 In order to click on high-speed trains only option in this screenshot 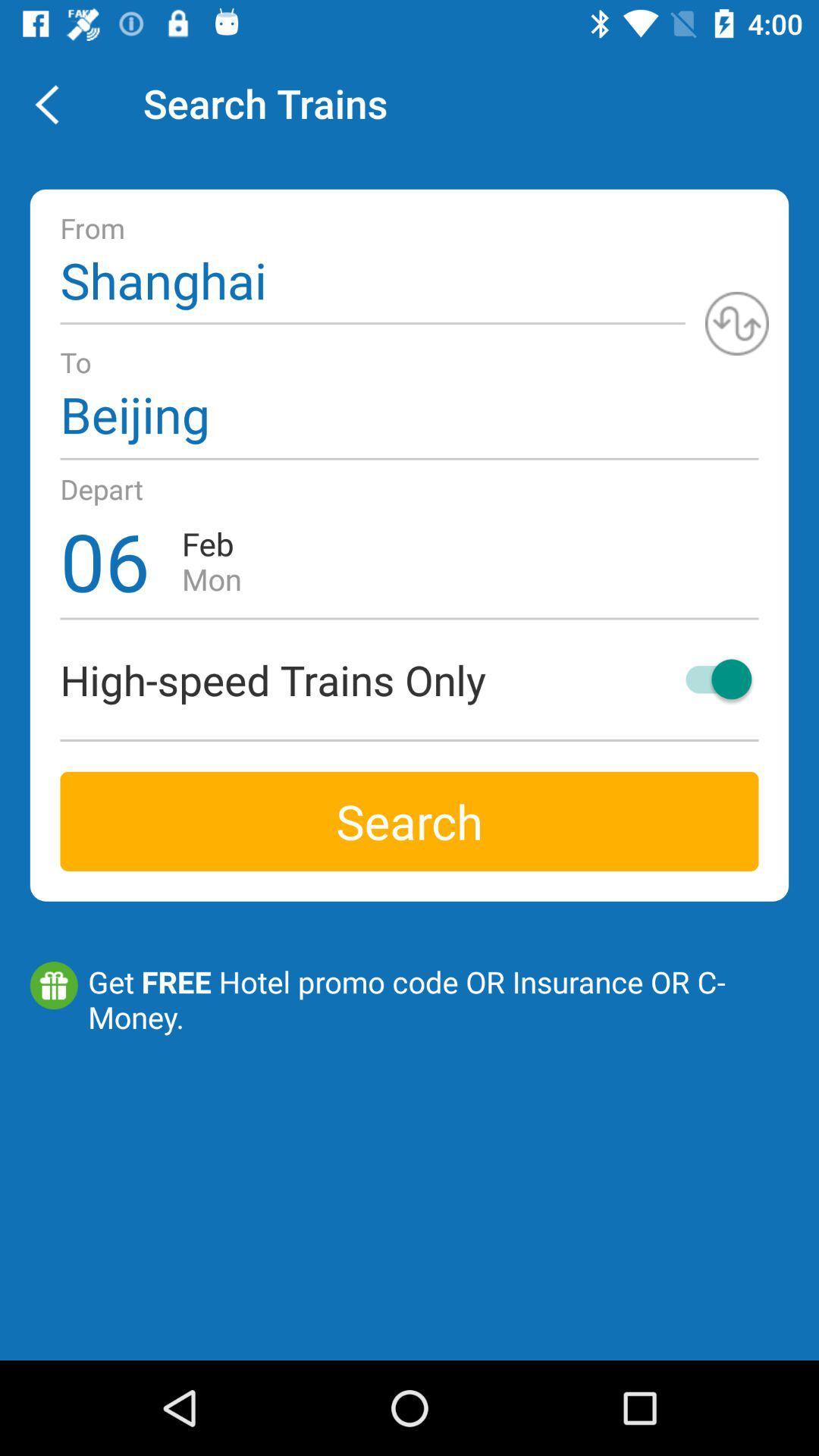, I will do `click(711, 678)`.